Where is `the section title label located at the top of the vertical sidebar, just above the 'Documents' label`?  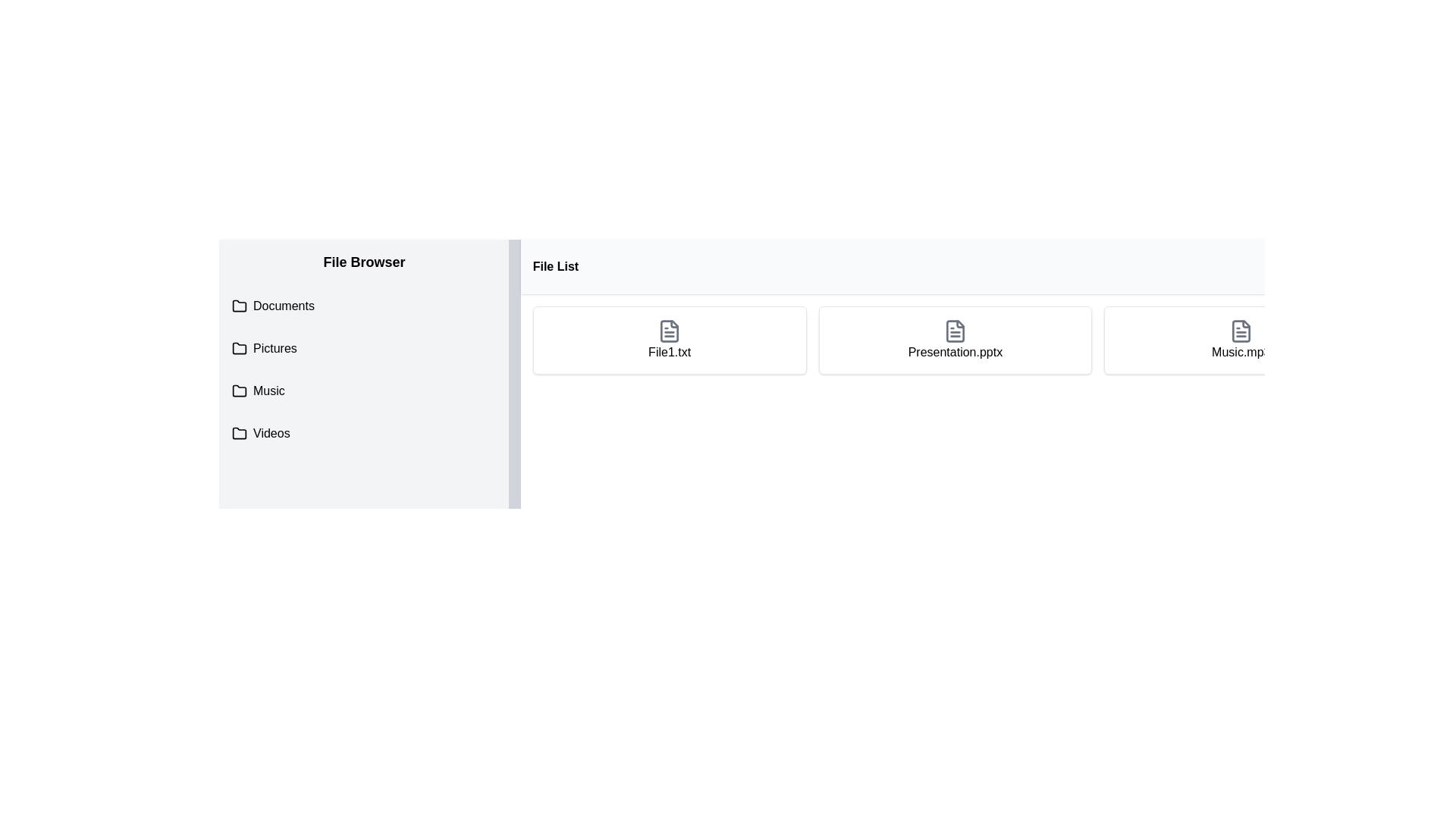 the section title label located at the top of the vertical sidebar, just above the 'Documents' label is located at coordinates (364, 262).